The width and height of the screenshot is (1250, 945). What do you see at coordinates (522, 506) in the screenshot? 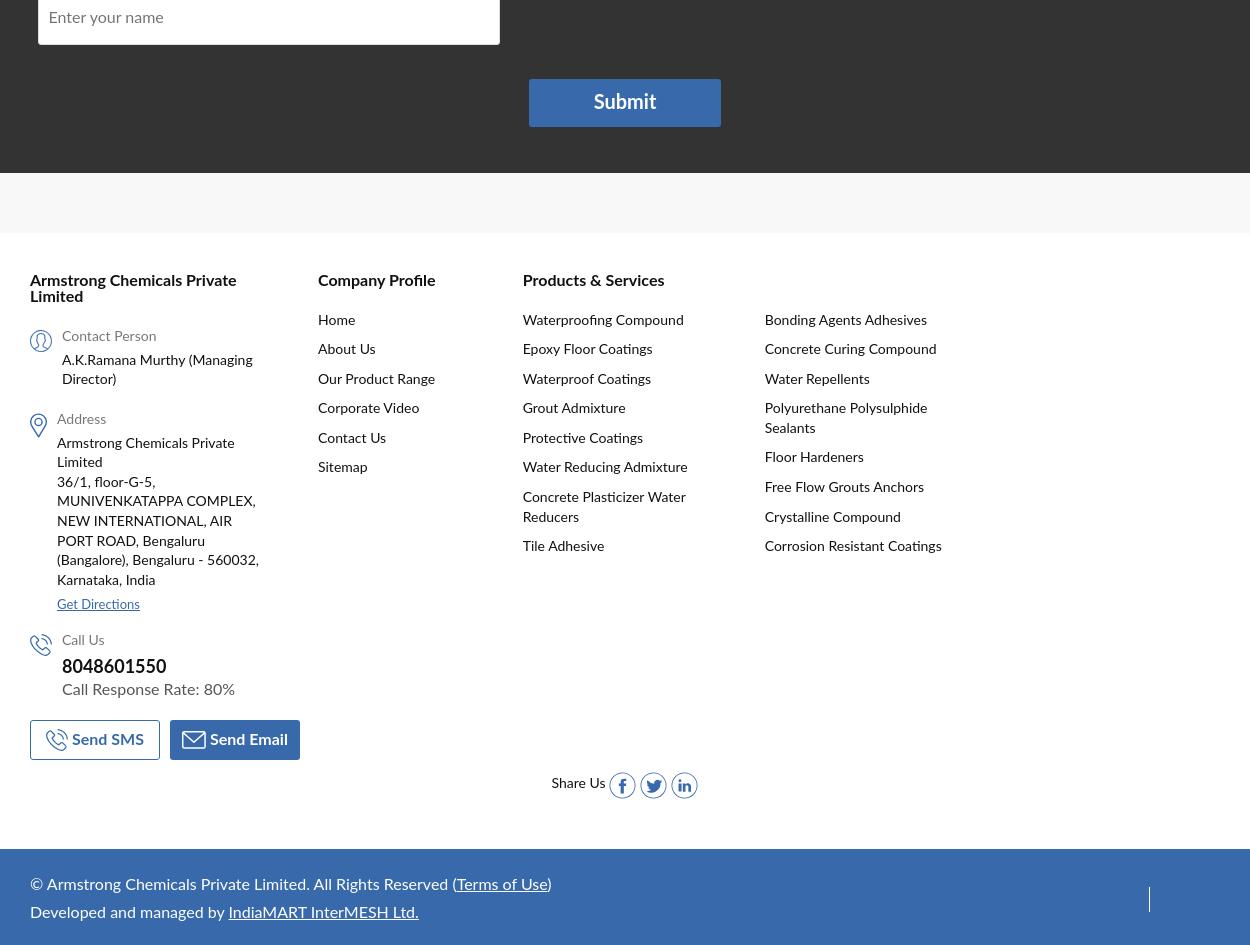
I see `'Concrete Plasticizer Water Reducers'` at bounding box center [522, 506].